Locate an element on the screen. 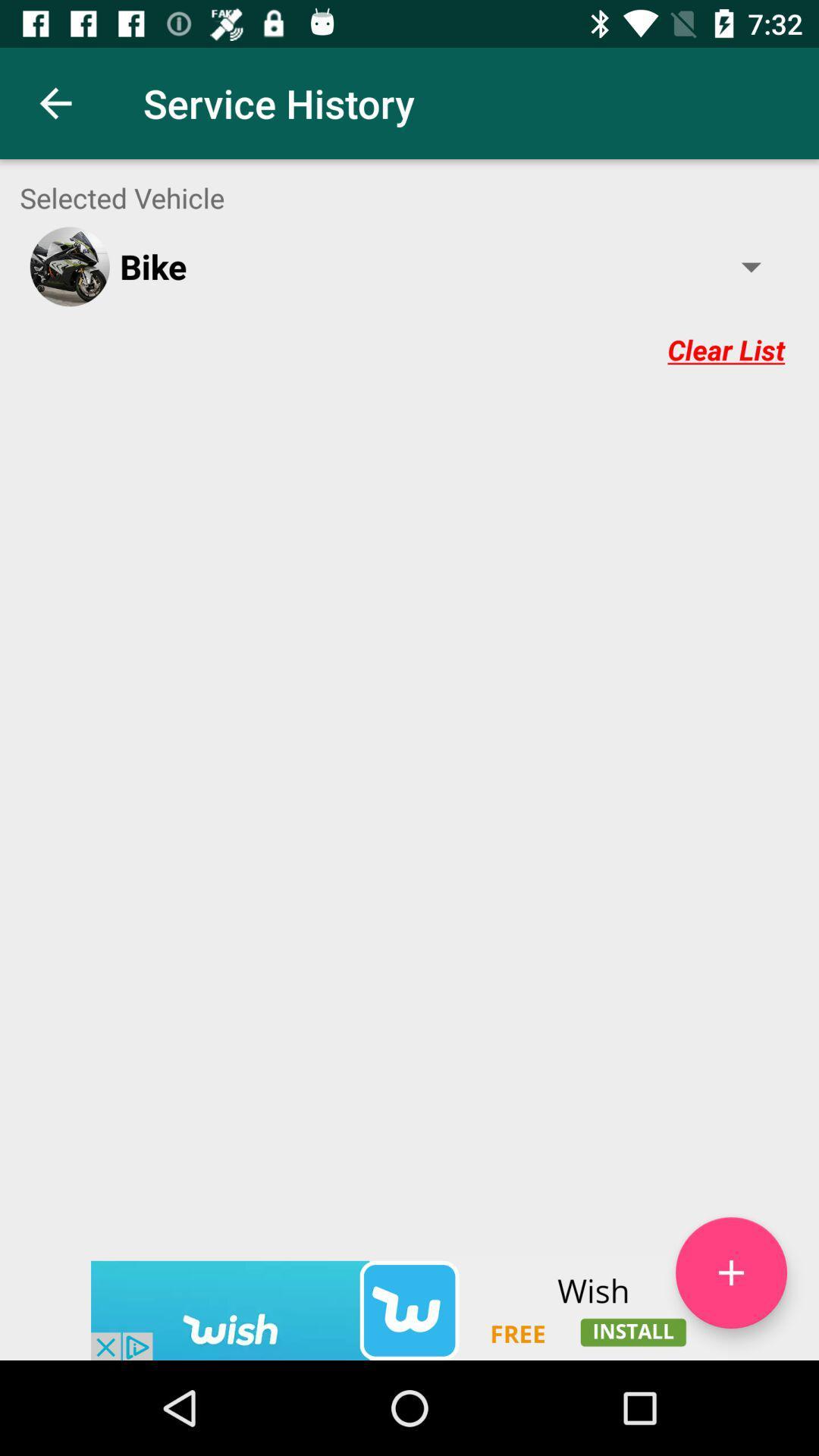 This screenshot has width=819, height=1456. button to add new option to the list is located at coordinates (730, 1272).